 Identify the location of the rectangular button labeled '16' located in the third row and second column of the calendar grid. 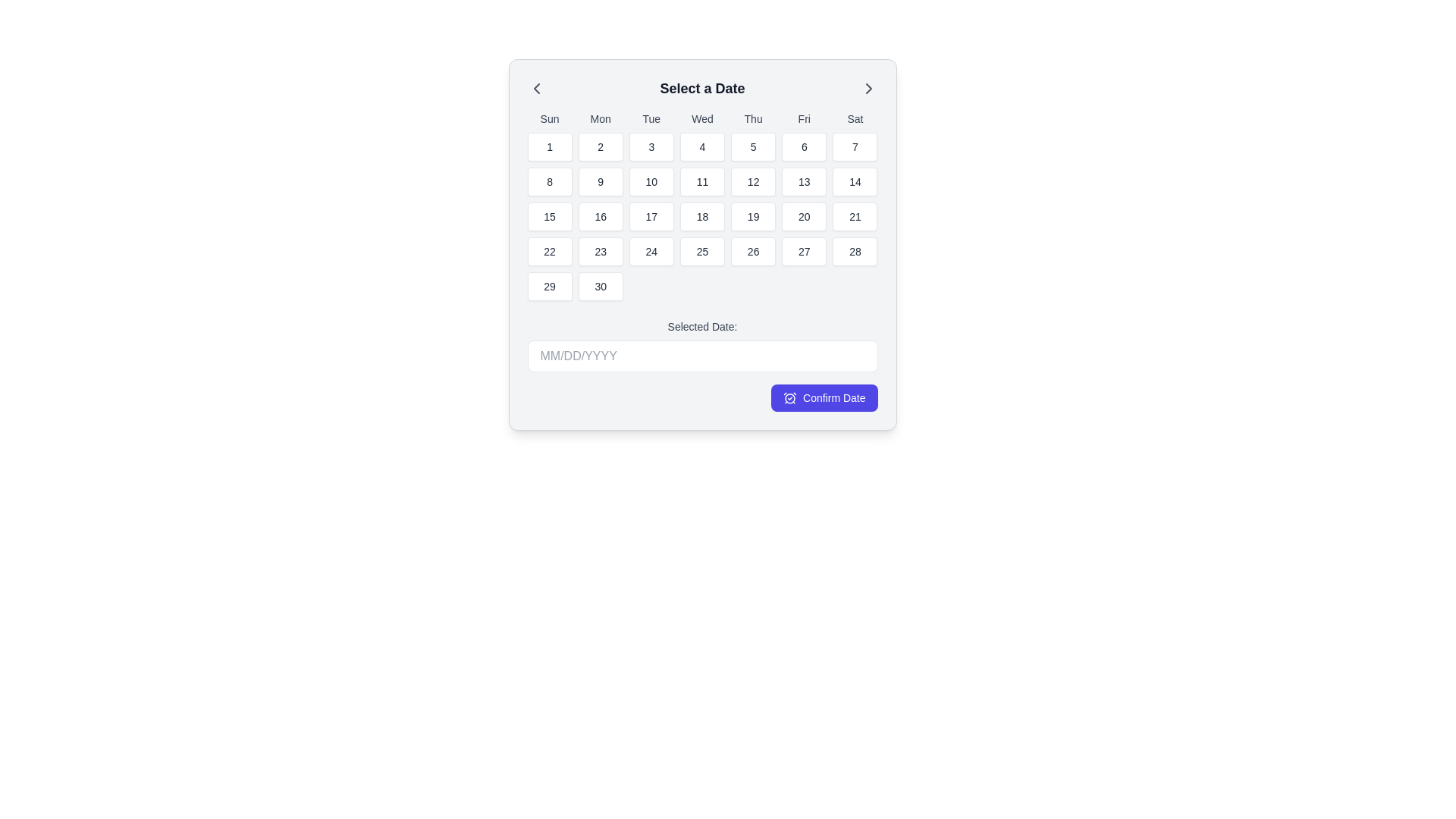
(600, 216).